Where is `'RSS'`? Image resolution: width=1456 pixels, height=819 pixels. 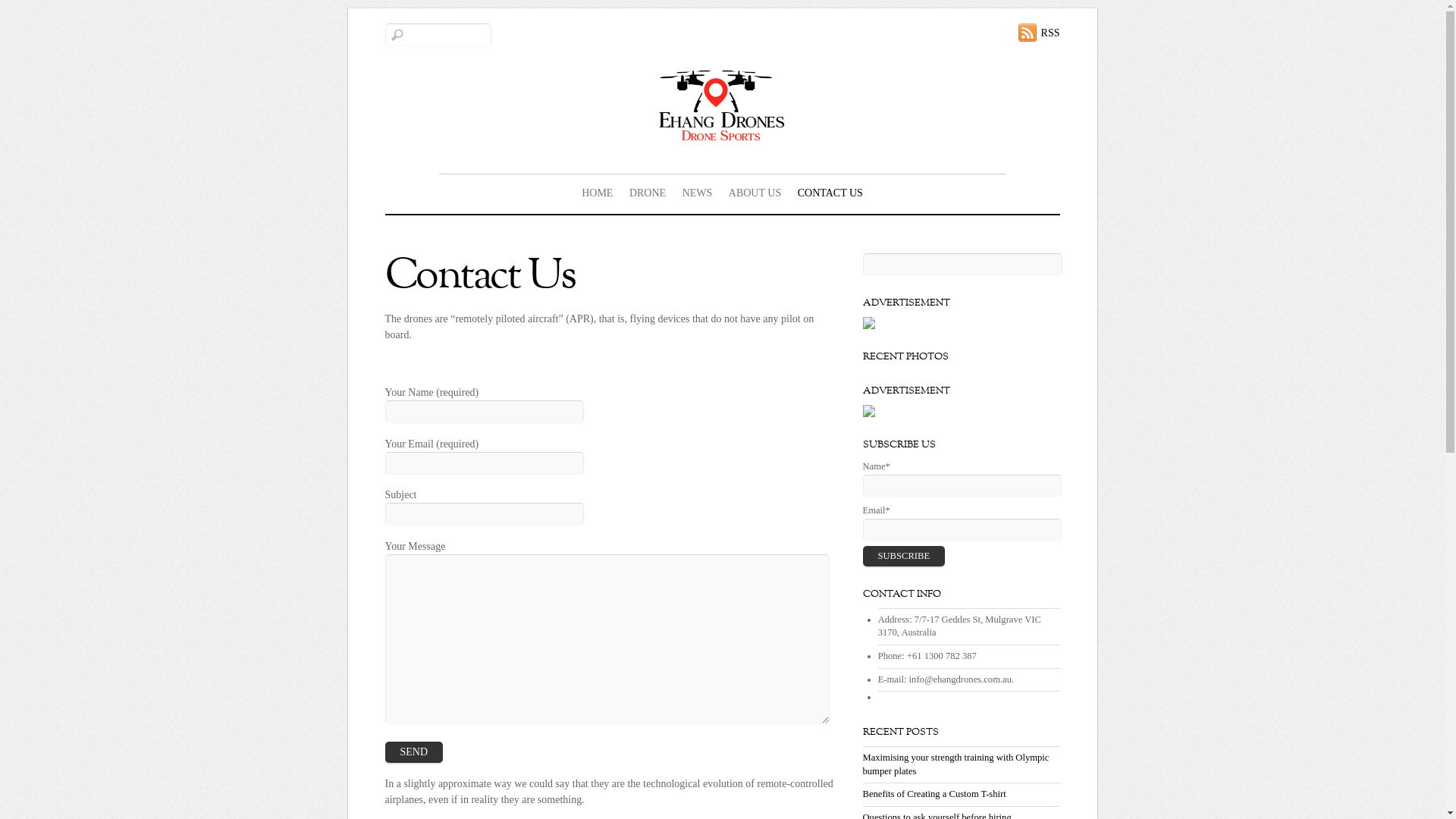
'RSS' is located at coordinates (1018, 32).